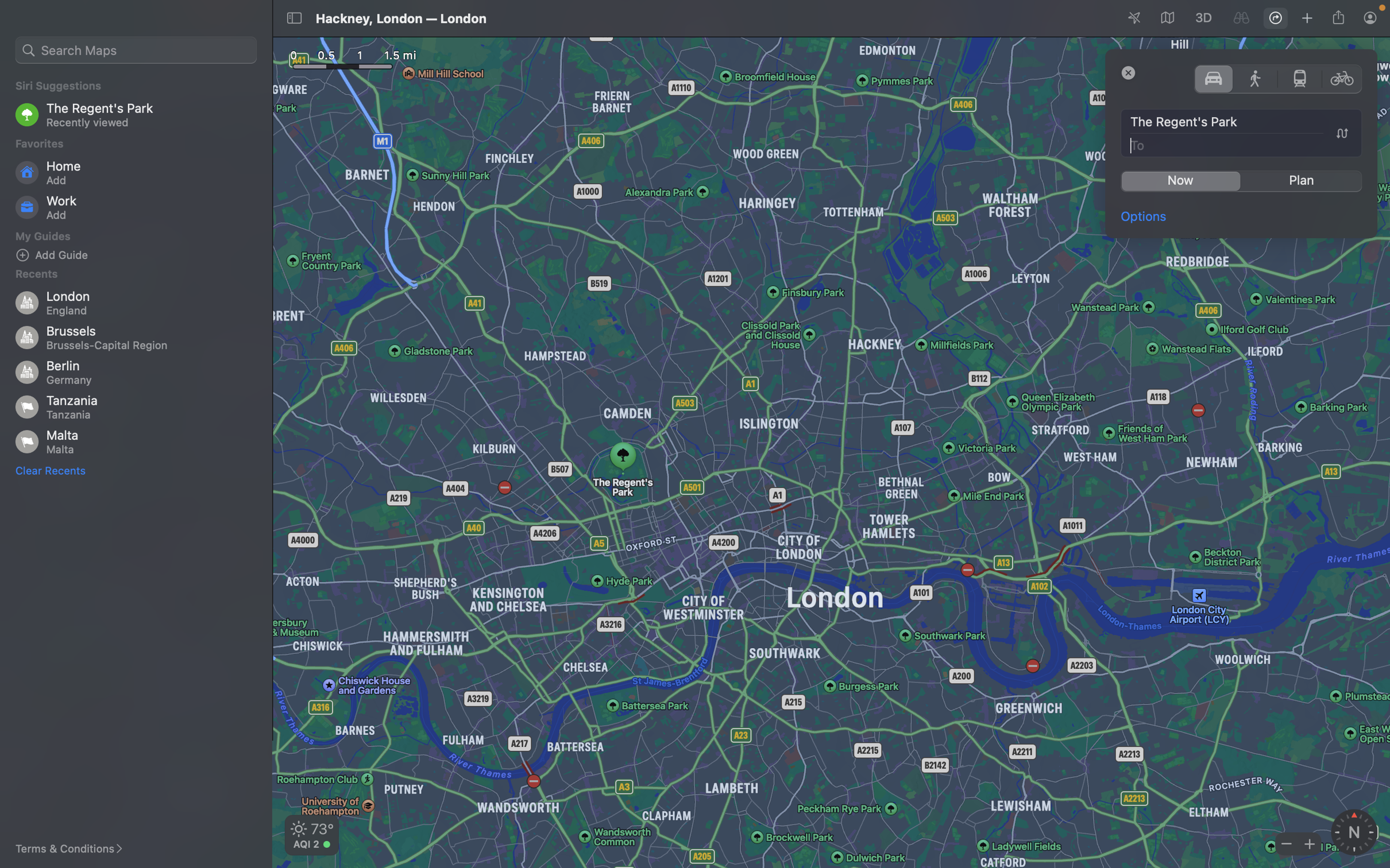 The image size is (1390, 868). What do you see at coordinates (1129, 72) in the screenshot?
I see `Terminate the current program by clicking the "close" icon` at bounding box center [1129, 72].